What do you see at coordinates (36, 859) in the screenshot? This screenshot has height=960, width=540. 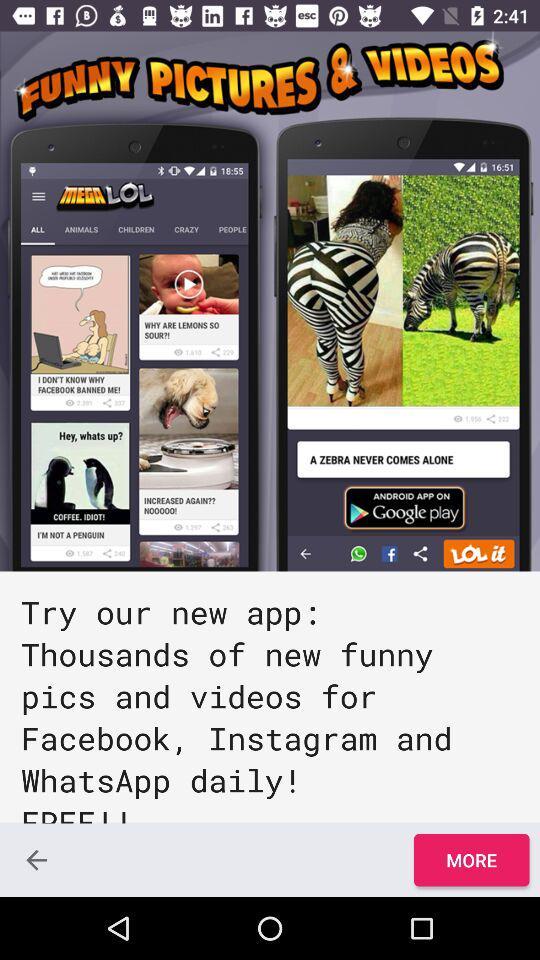 I see `the icon to the left of more item` at bounding box center [36, 859].